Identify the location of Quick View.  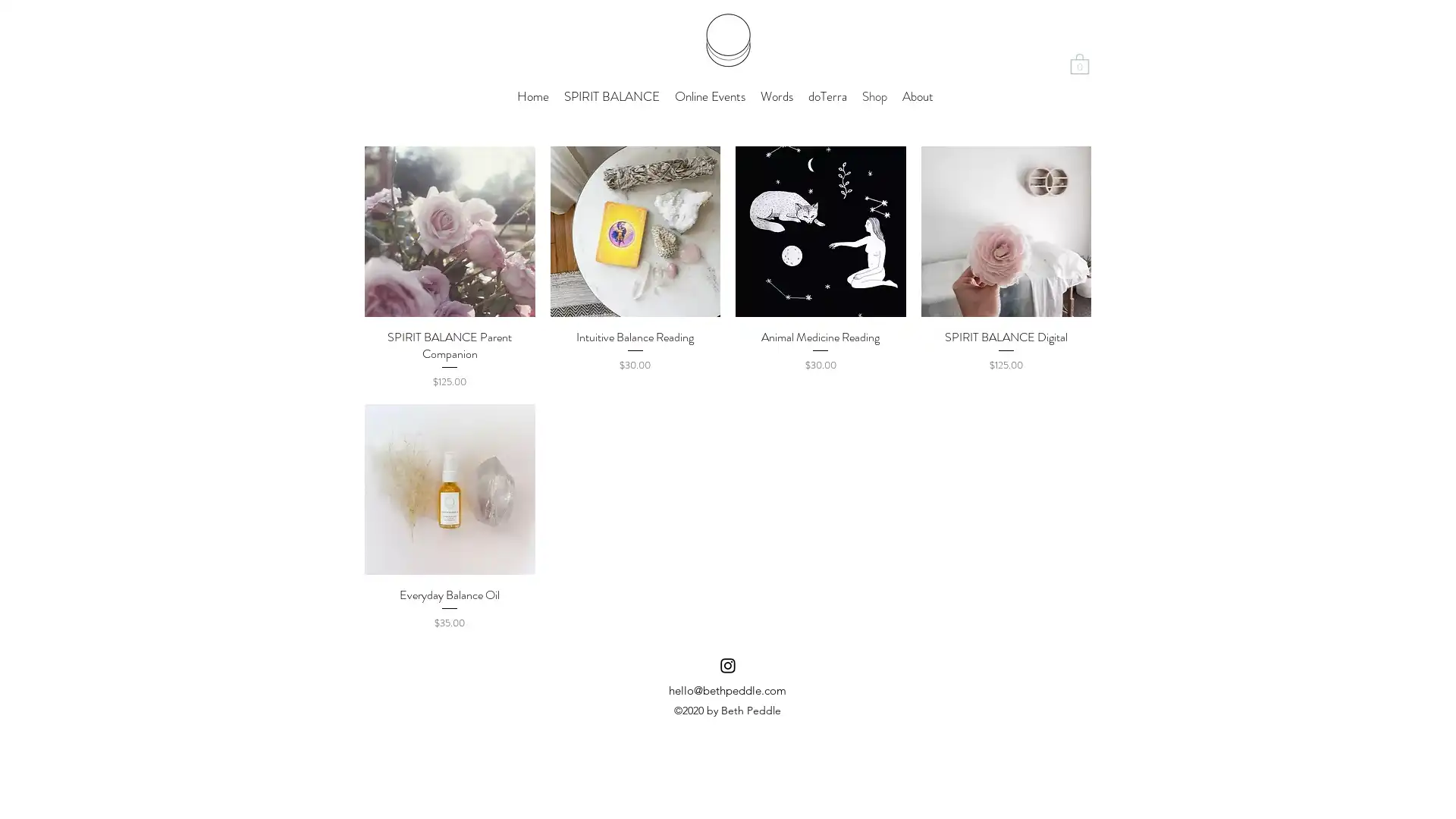
(449, 334).